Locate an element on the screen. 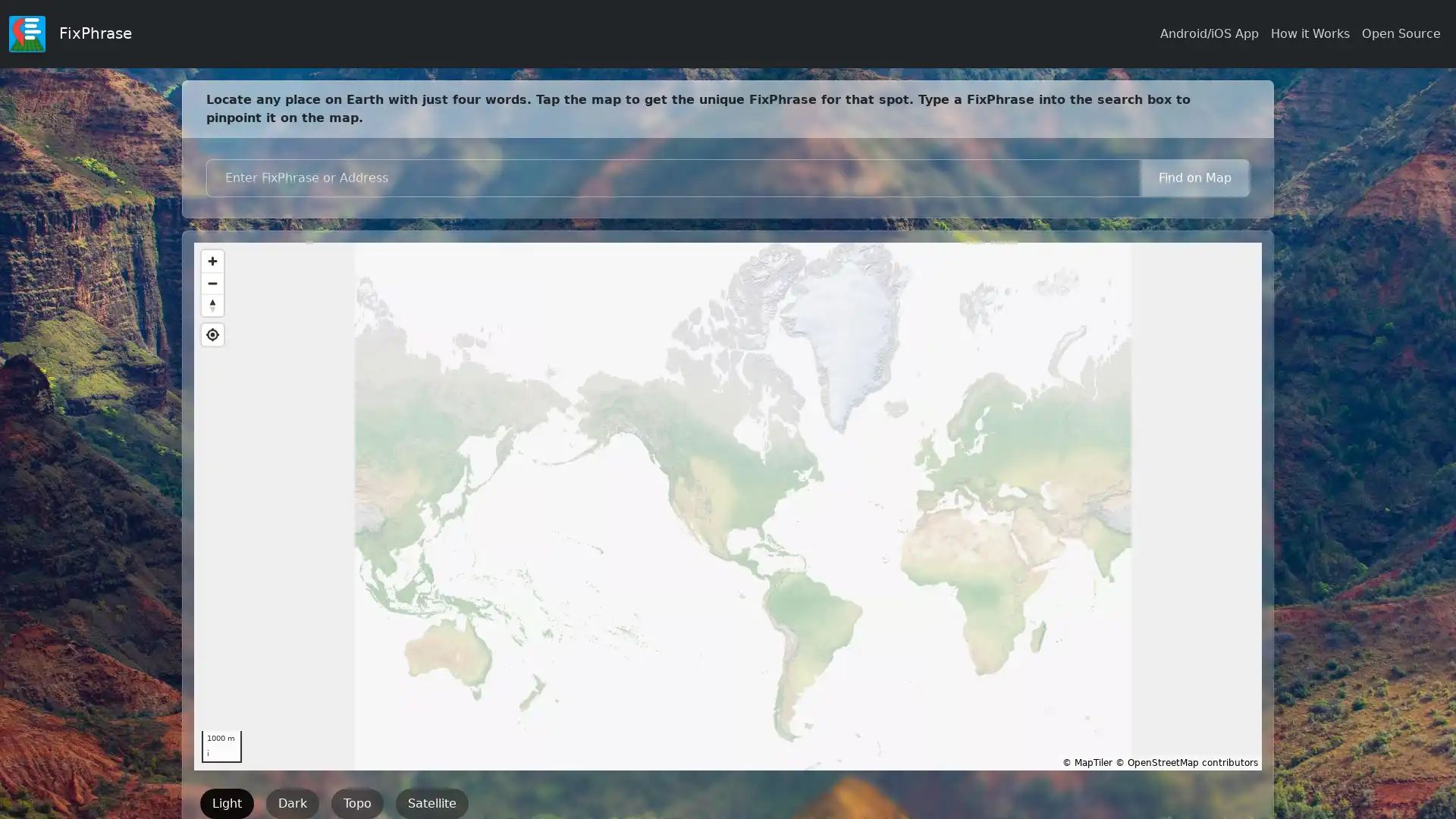  Reset bearing to north is located at coordinates (212, 305).